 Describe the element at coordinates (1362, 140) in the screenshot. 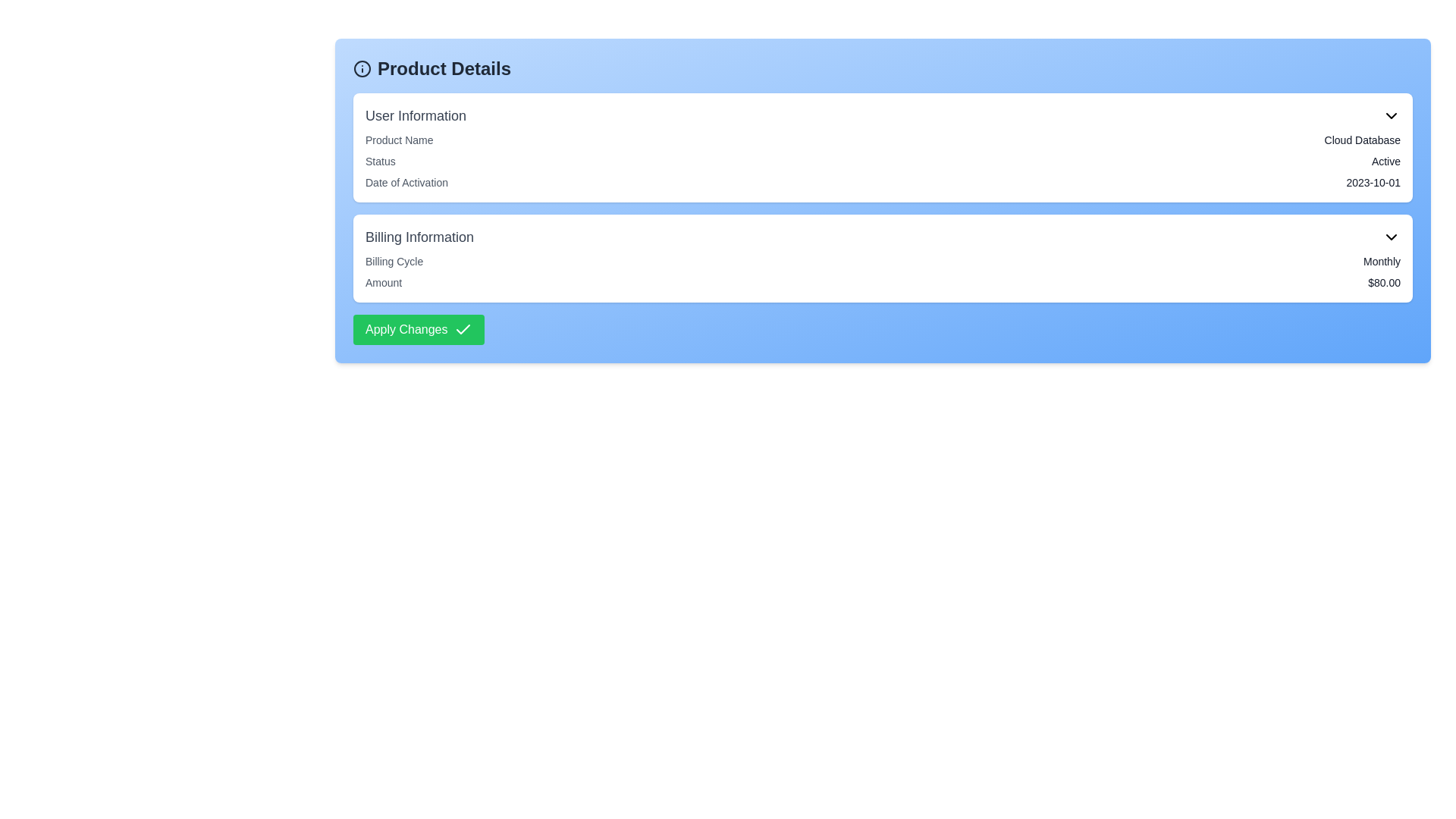

I see `the Text Label displaying 'Cloud Database', which is aligned to the right of 'Product Name' in the 'User Information' section under 'Product Details'` at that location.